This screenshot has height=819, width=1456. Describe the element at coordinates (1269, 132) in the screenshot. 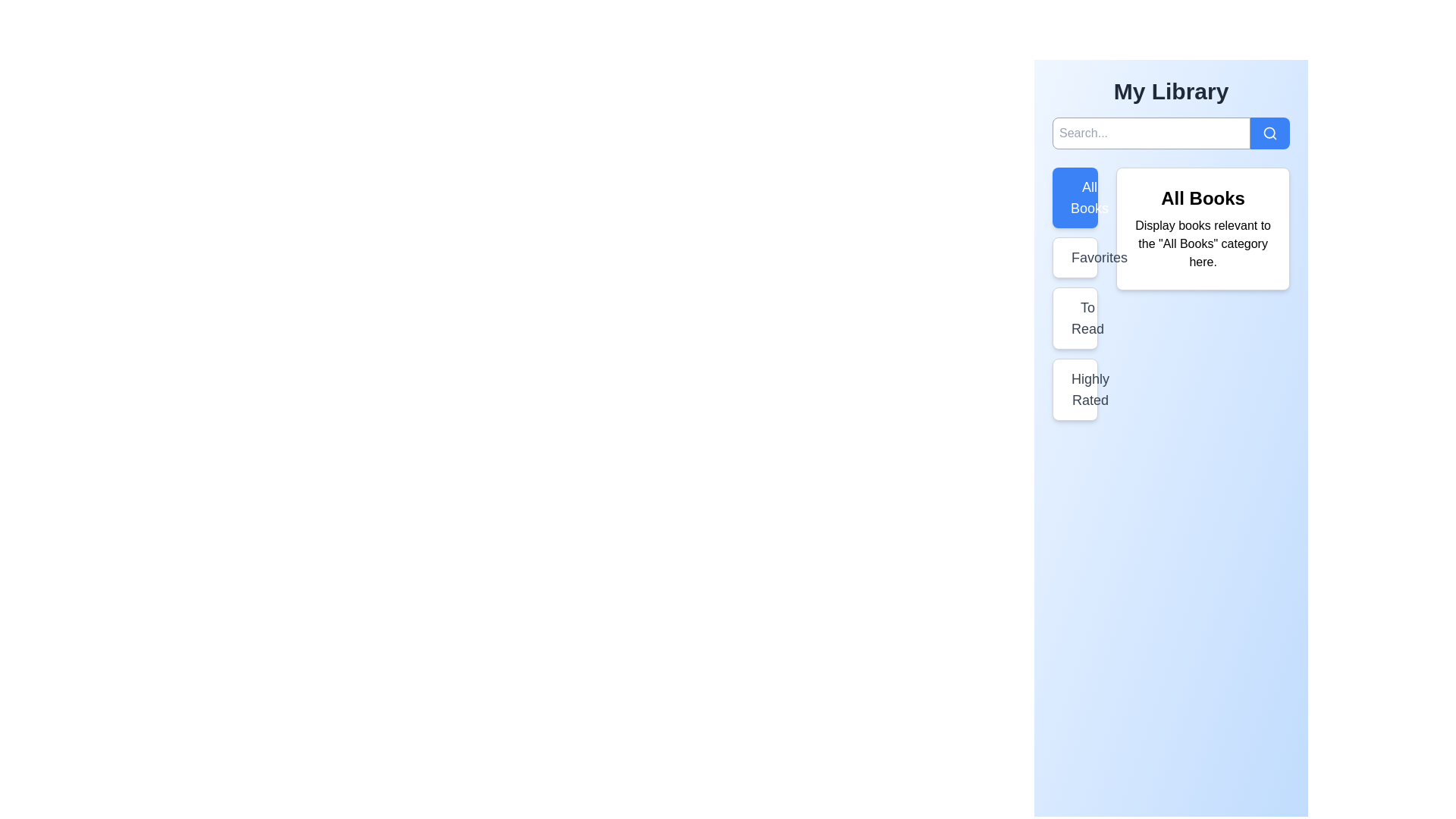

I see `circular search icon element, which is part of a magnifying glass symbol located at the upper right corner of the search bar, by clicking on it` at that location.